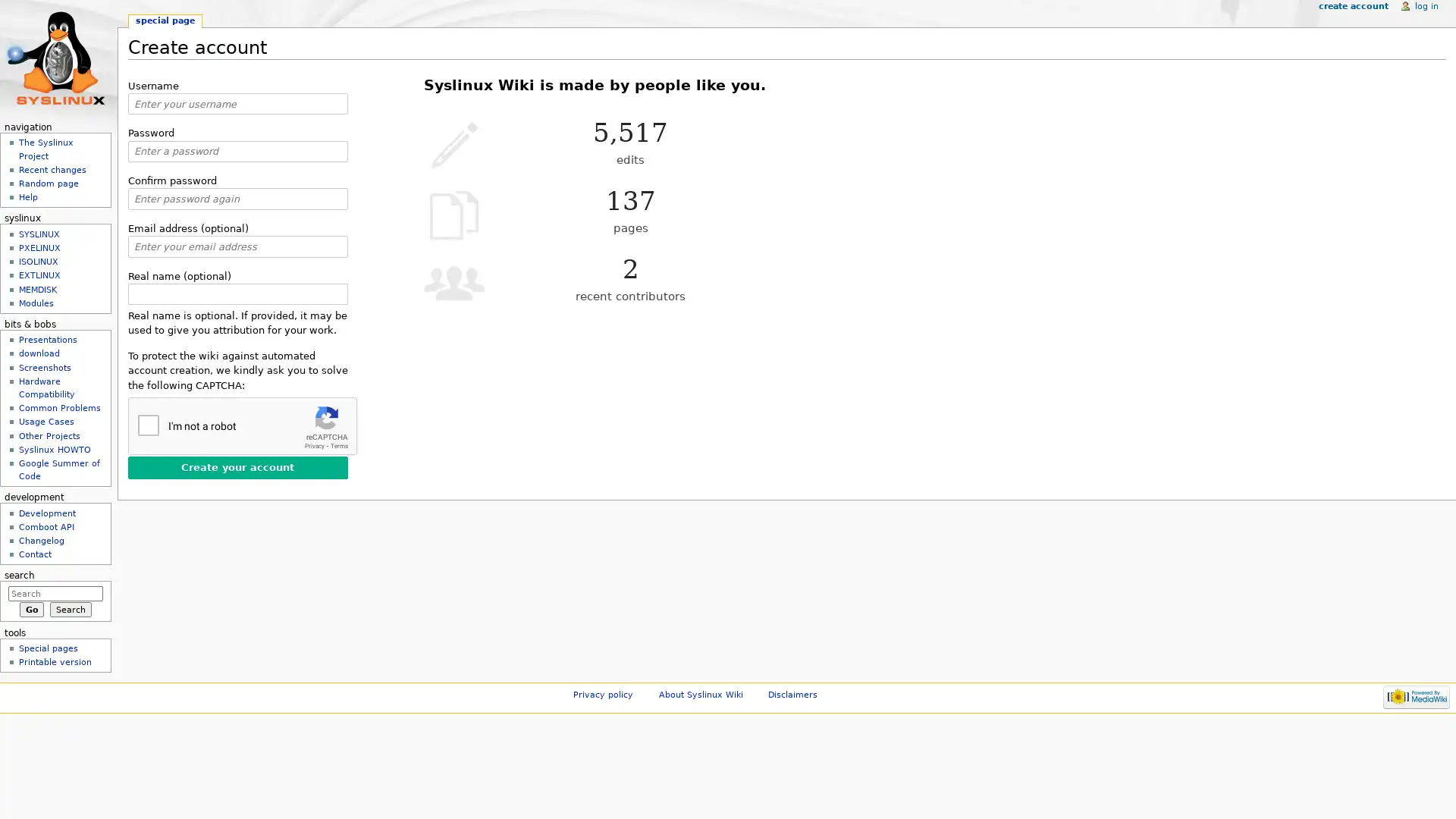  What do you see at coordinates (236, 466) in the screenshot?
I see `Create your account` at bounding box center [236, 466].